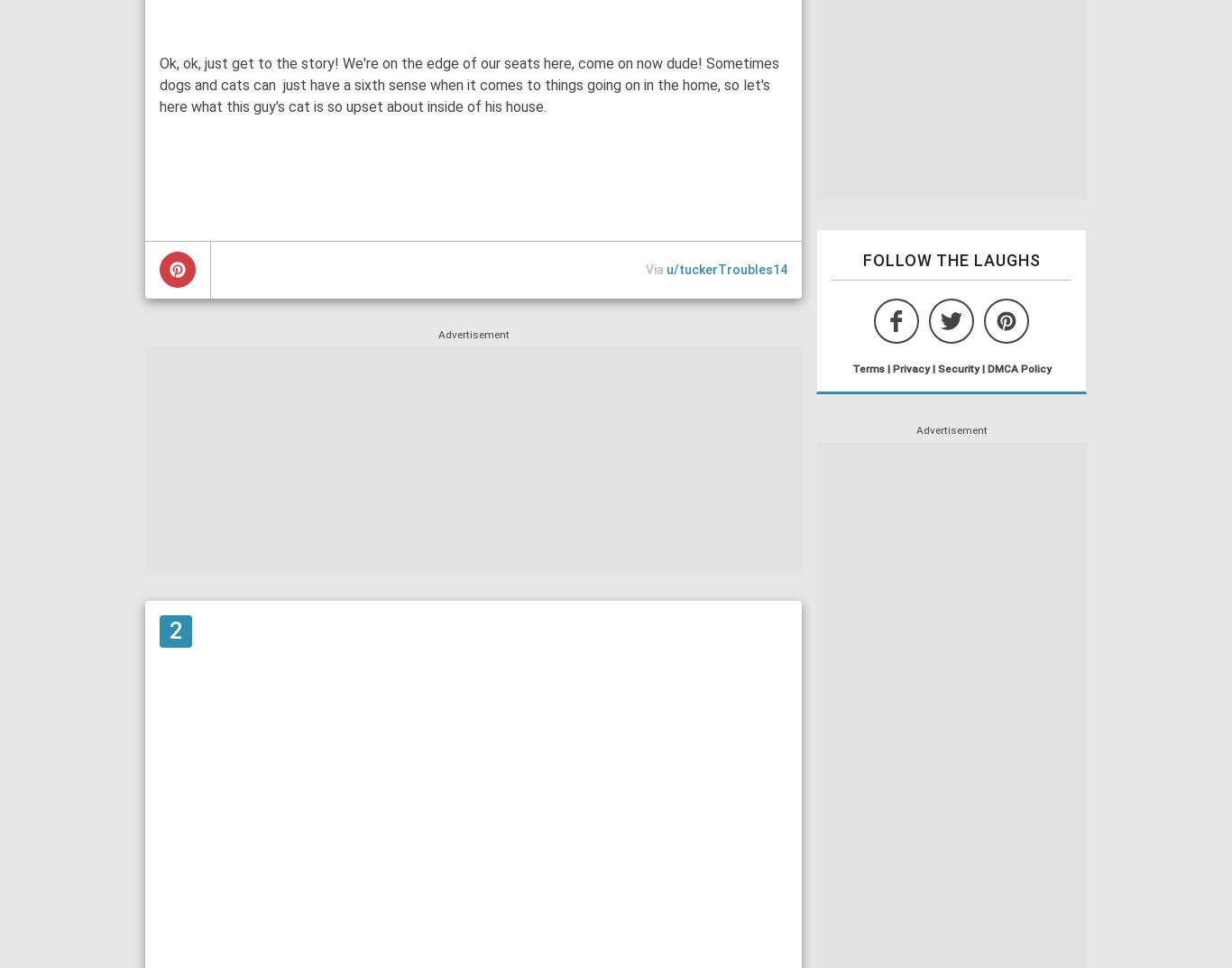 This screenshot has width=1232, height=968. I want to click on 'Ok, ok, just get to the story! We're on the edge of our seats here, come on now dude! Sometimes dogs and cats can  just have a sixth sense when it comes to things going on in the home, so let's here what this guy's cat is so upset about inside of his house.', so click(159, 84).